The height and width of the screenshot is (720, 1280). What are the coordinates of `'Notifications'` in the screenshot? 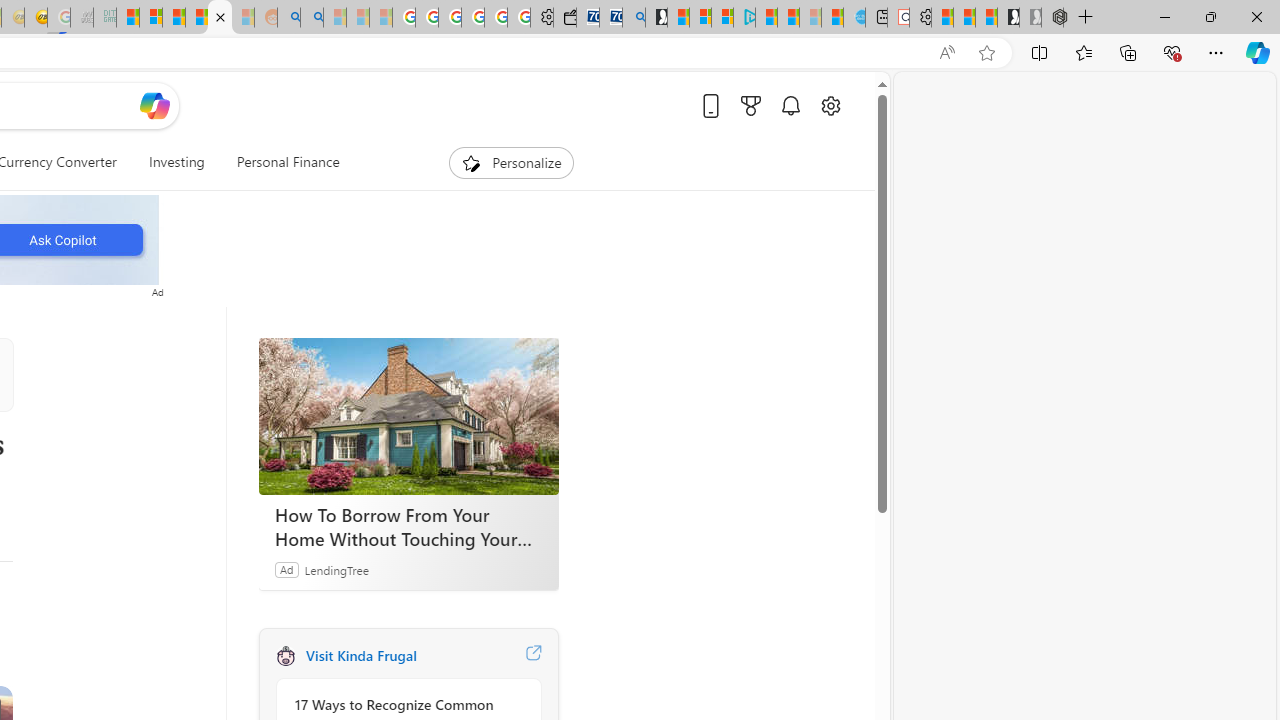 It's located at (790, 105).